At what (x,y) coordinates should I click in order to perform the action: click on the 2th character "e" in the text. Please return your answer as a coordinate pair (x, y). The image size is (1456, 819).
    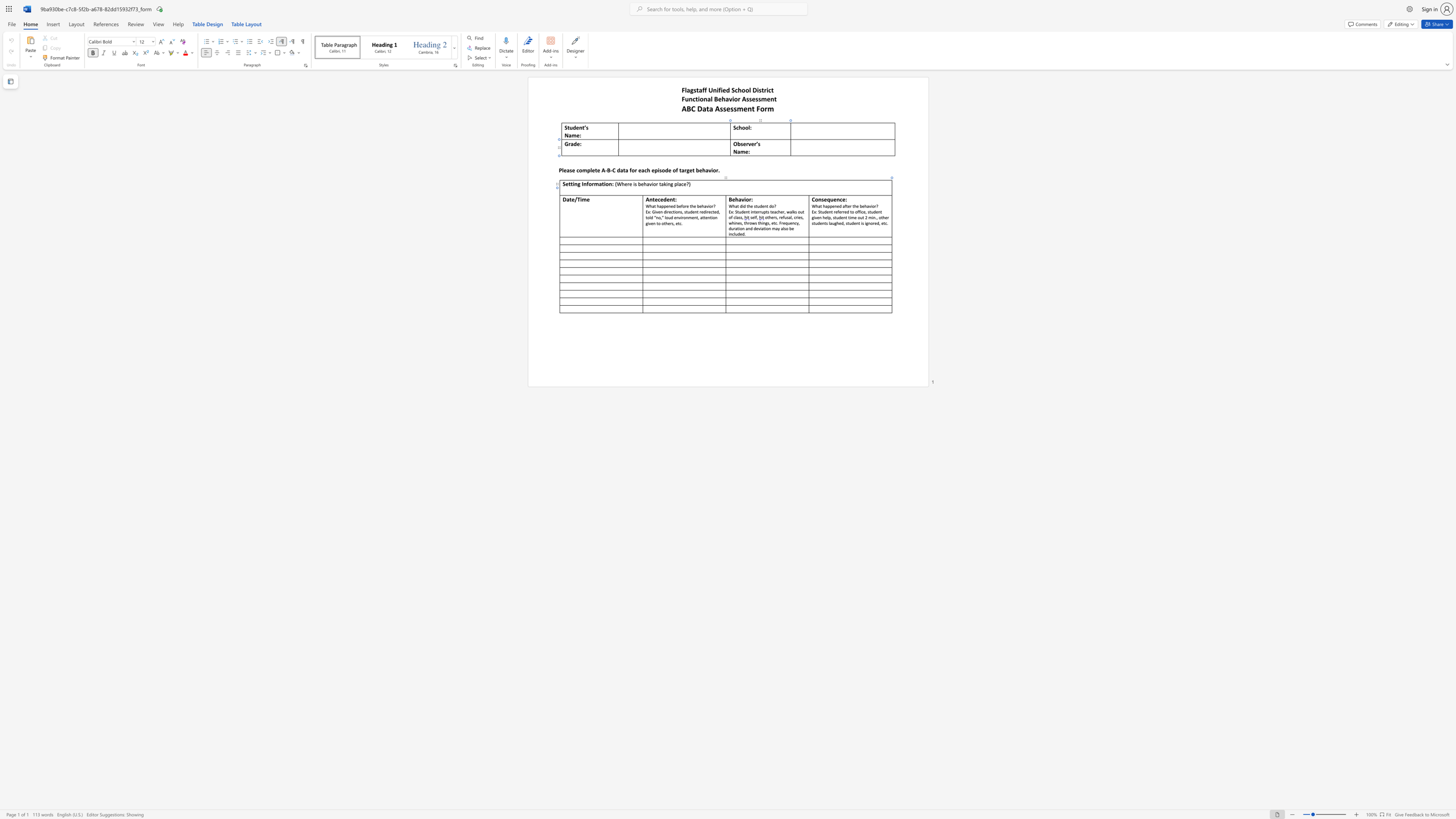
    Looking at the image, I should click on (661, 200).